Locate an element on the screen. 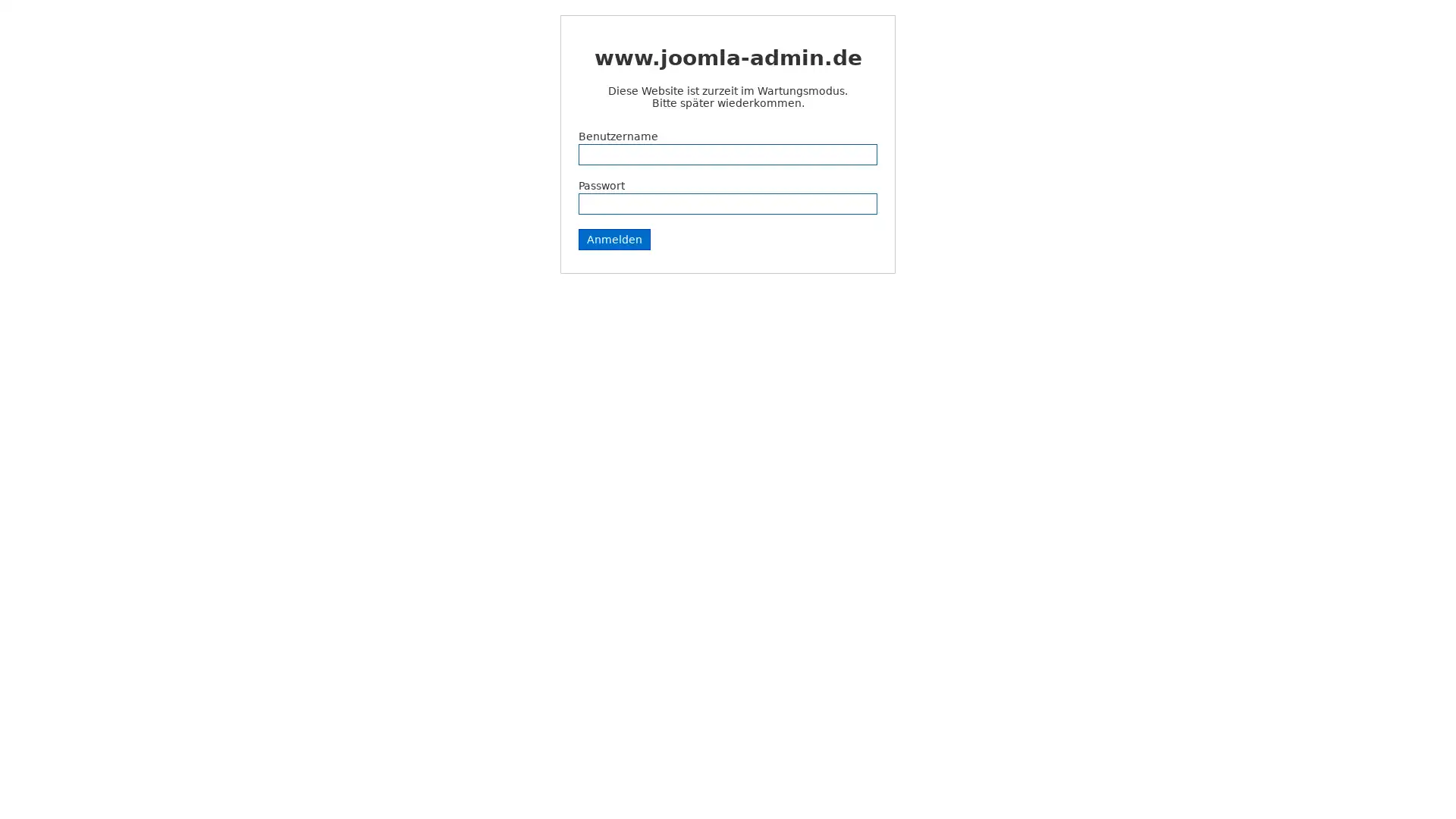 The height and width of the screenshot is (819, 1456). Anmelden is located at coordinates (613, 239).